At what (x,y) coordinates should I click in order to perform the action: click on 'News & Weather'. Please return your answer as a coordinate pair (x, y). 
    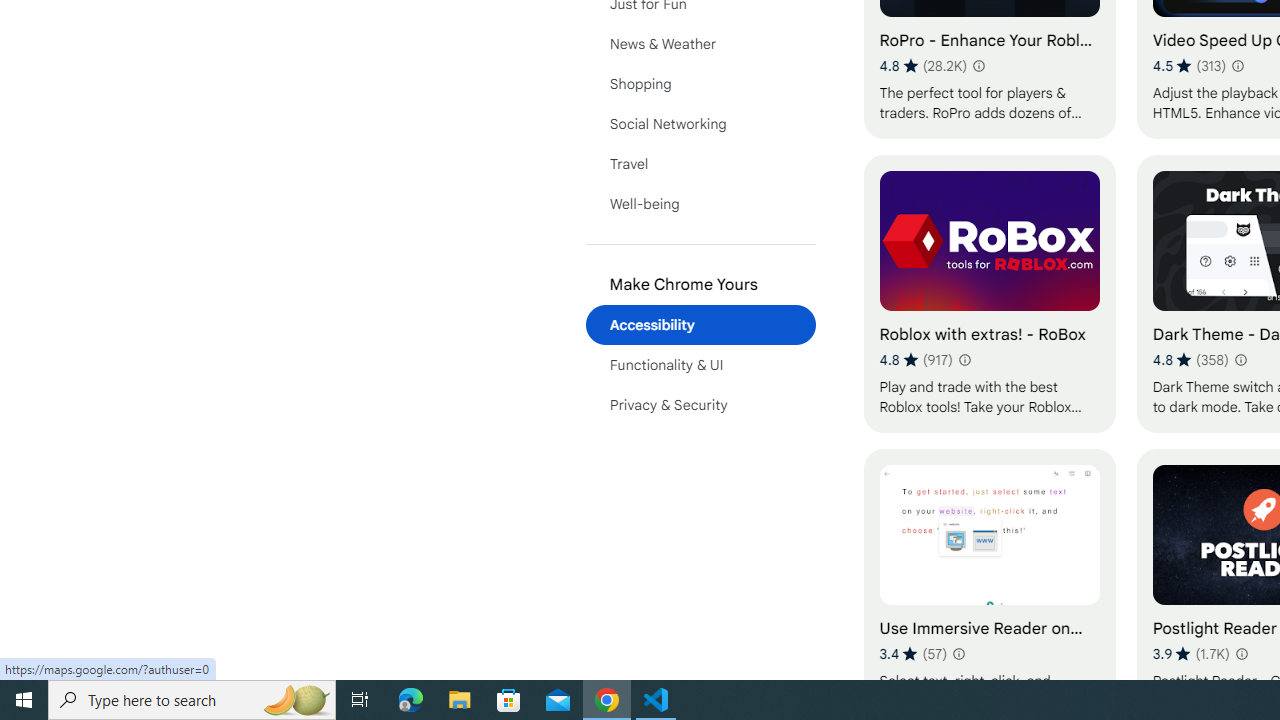
    Looking at the image, I should click on (700, 43).